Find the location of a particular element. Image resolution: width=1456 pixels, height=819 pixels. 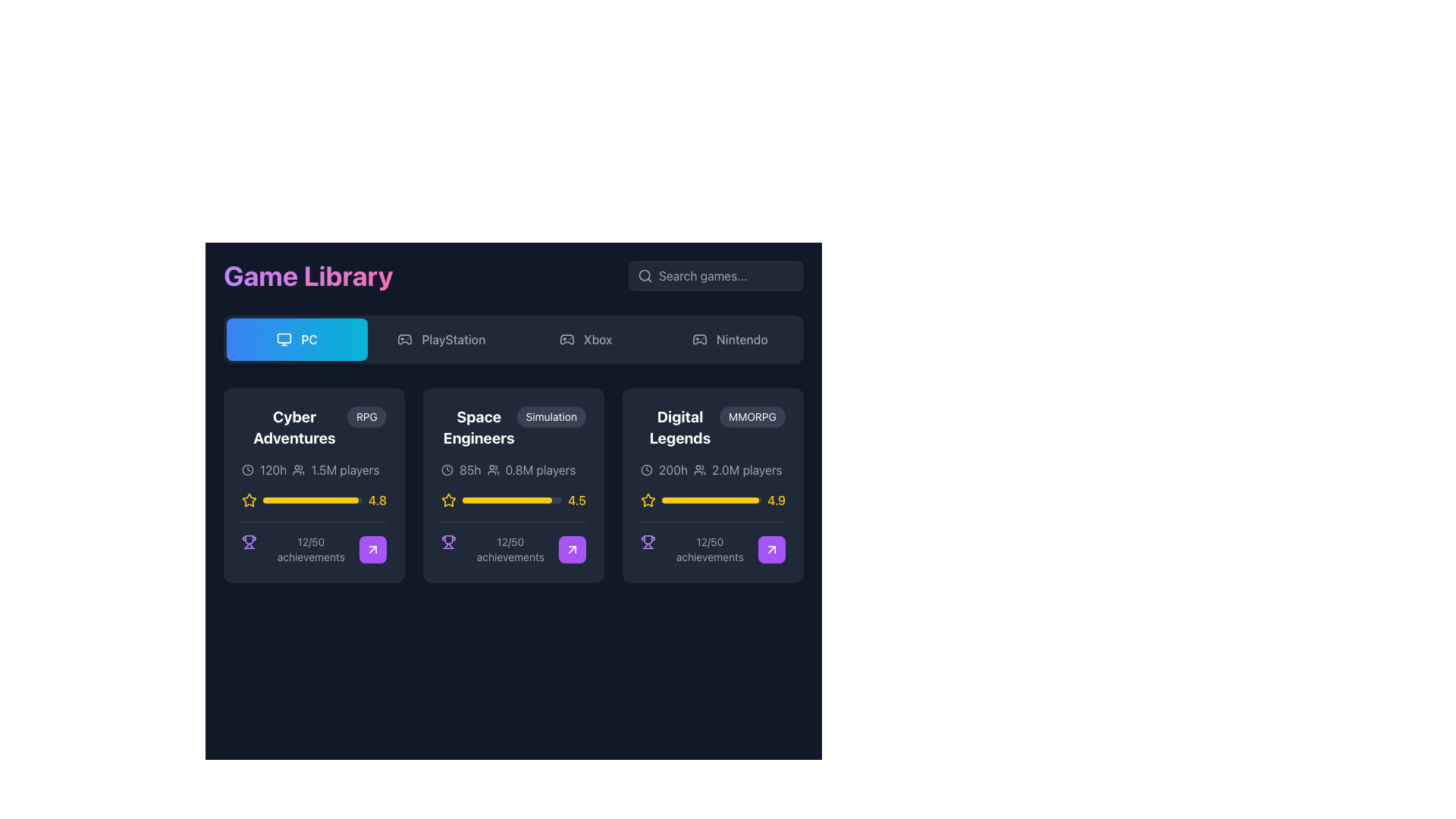

the Label with Tag that displays the game's name 'Digital Legends' and its genre classification, located at the upper part of the game card is located at coordinates (712, 427).